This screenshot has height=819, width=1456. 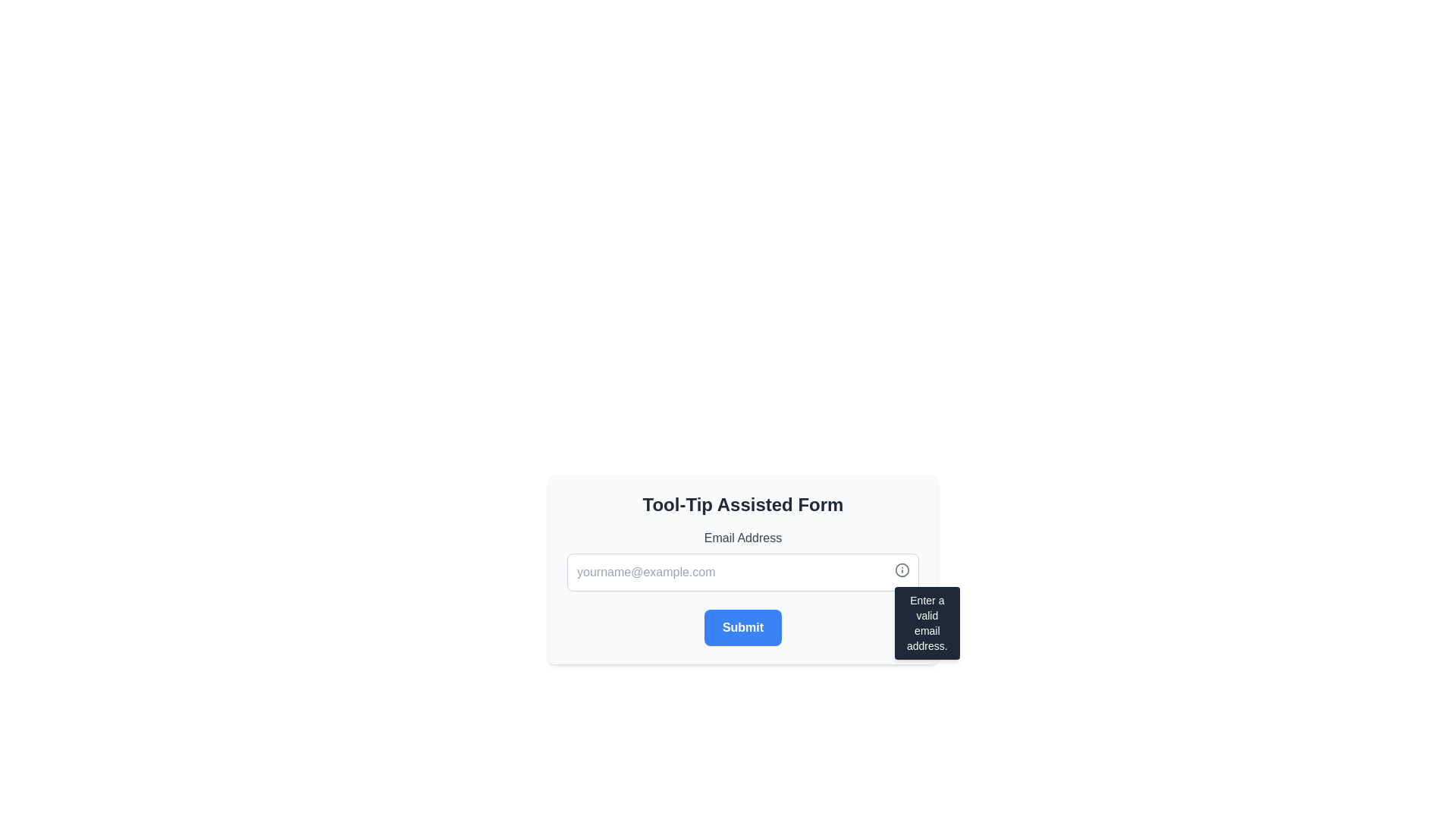 I want to click on the submit button located below the 'Email Address' input field, so click(x=742, y=628).